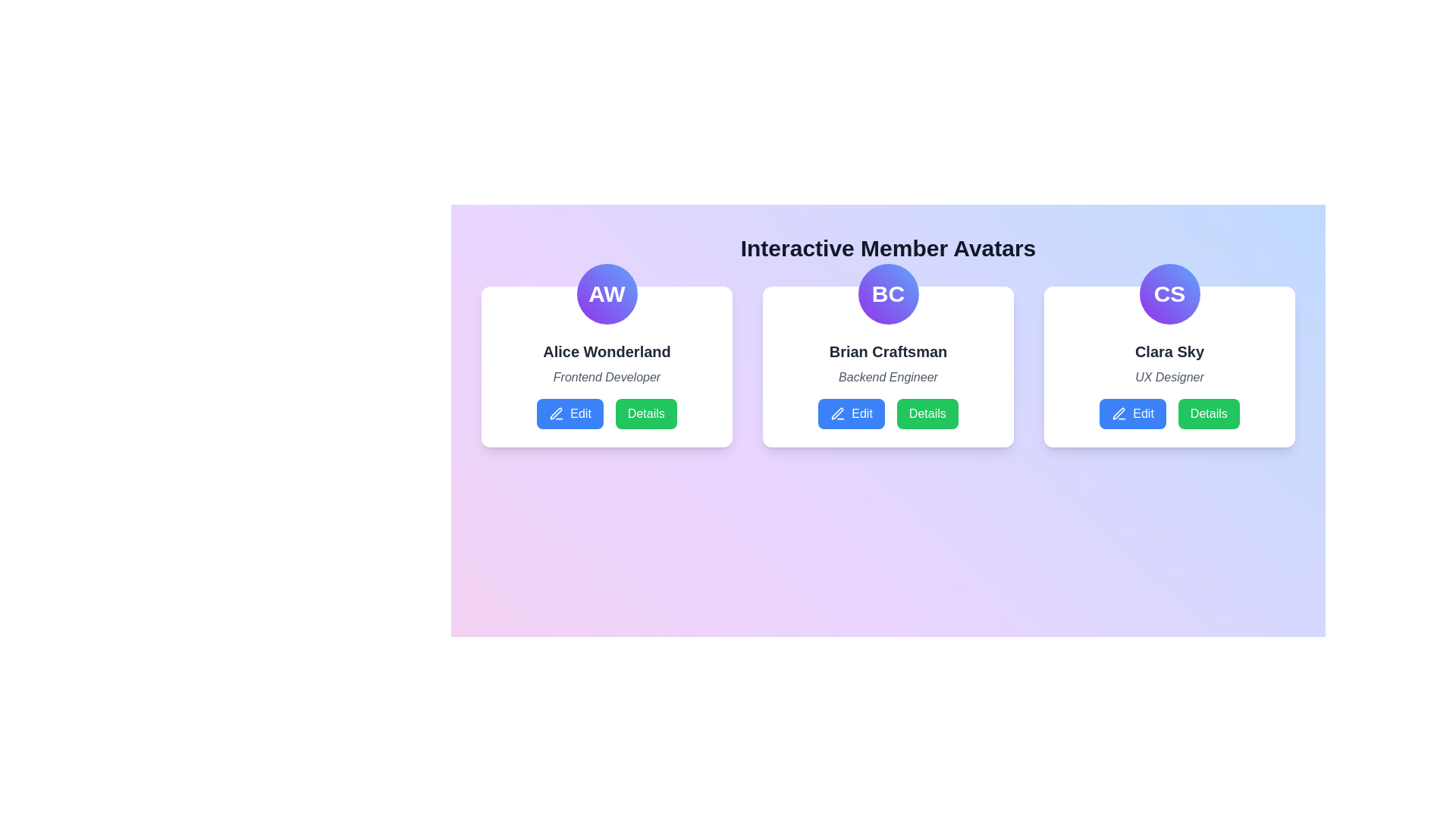  What do you see at coordinates (837, 414) in the screenshot?
I see `the 'Edit' icon within the button for 'Brian Craftsman', the middle card in the horizontal list of three cards` at bounding box center [837, 414].